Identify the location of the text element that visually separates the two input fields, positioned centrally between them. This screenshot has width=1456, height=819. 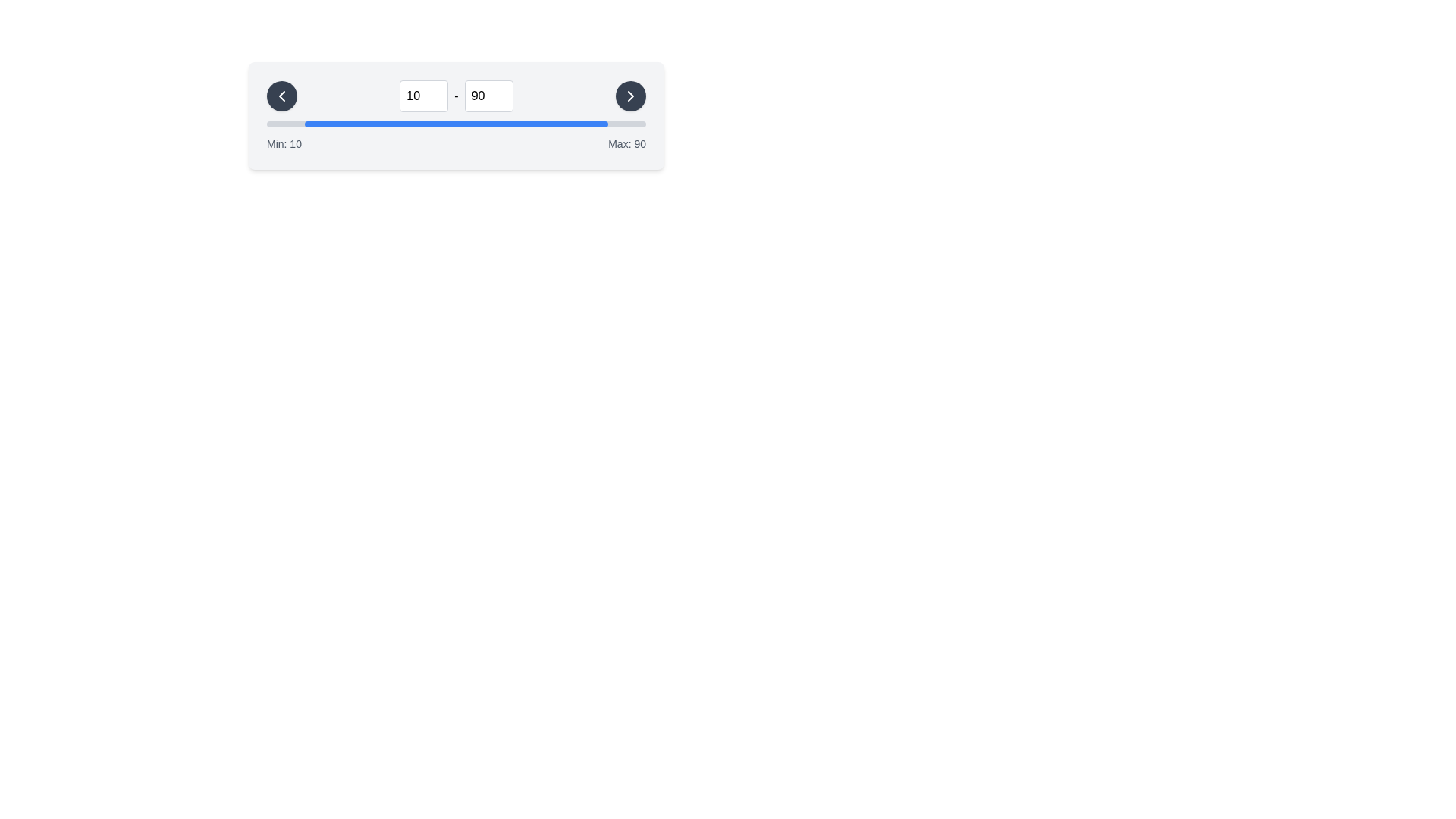
(455, 96).